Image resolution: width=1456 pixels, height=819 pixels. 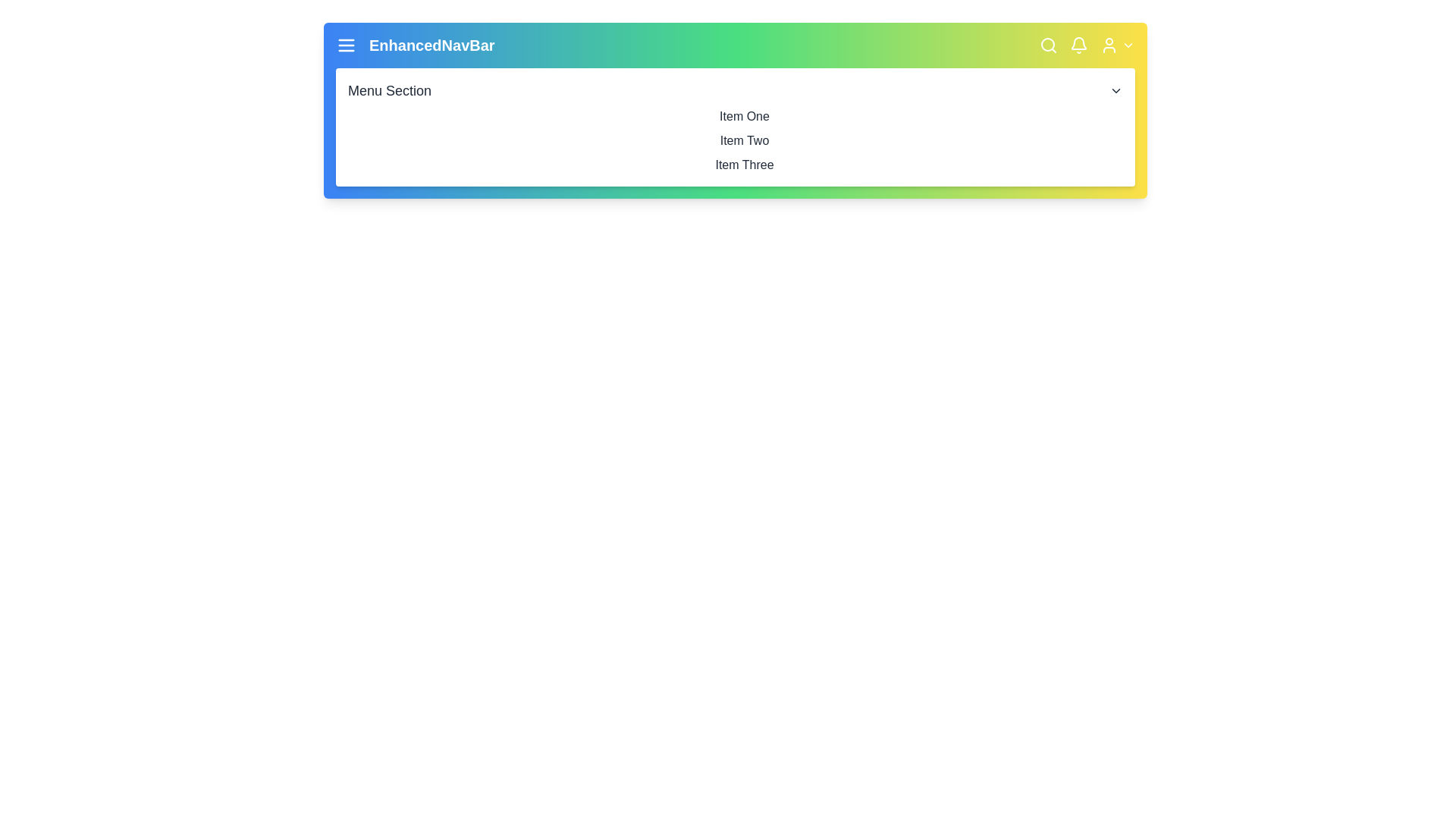 What do you see at coordinates (431, 45) in the screenshot?
I see `the 'EnhancedNavBar' heading text` at bounding box center [431, 45].